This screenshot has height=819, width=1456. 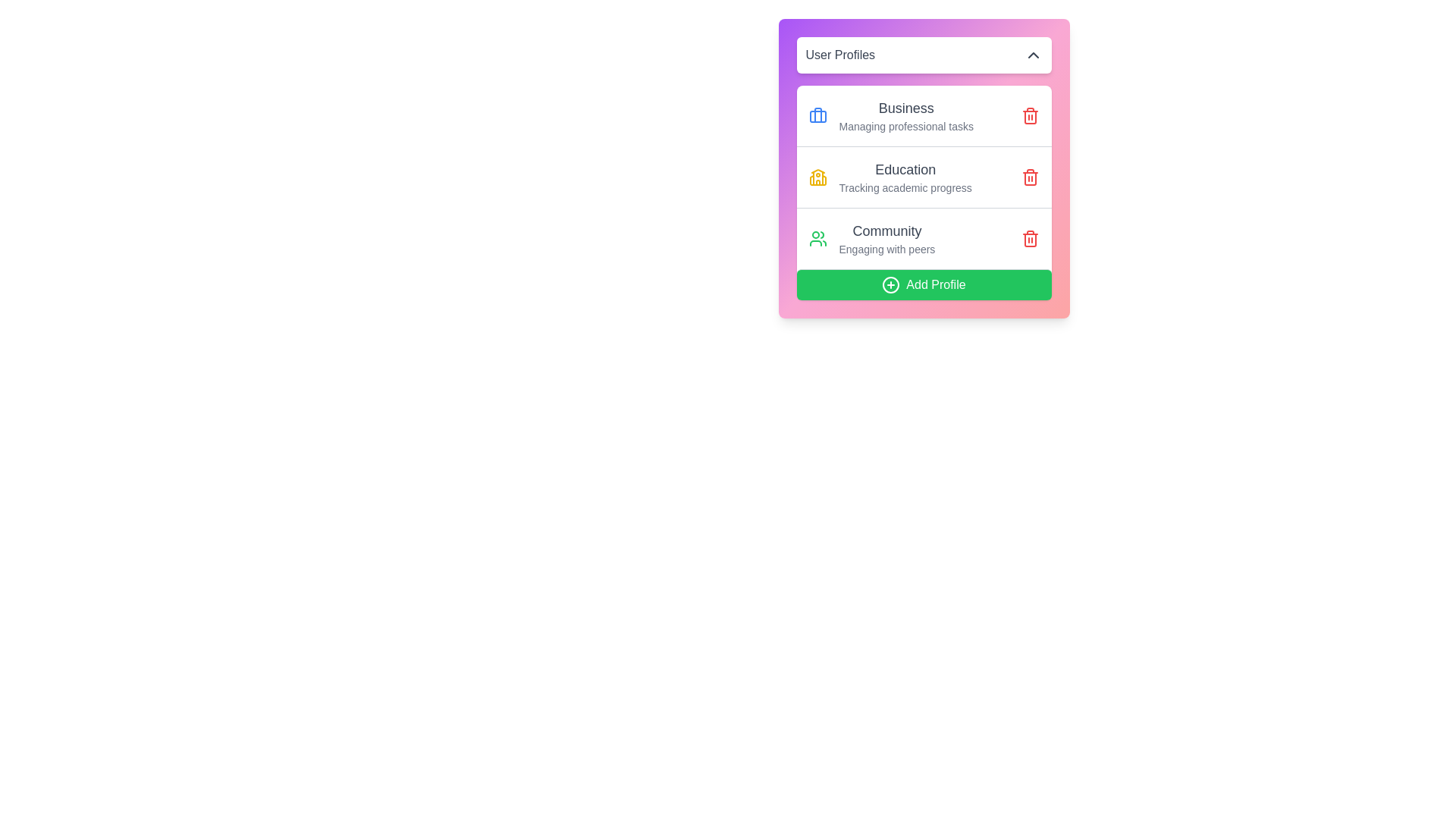 What do you see at coordinates (1032, 55) in the screenshot?
I see `the interactive toggle icon located at the far-right side of the 'User Profiles' header` at bounding box center [1032, 55].